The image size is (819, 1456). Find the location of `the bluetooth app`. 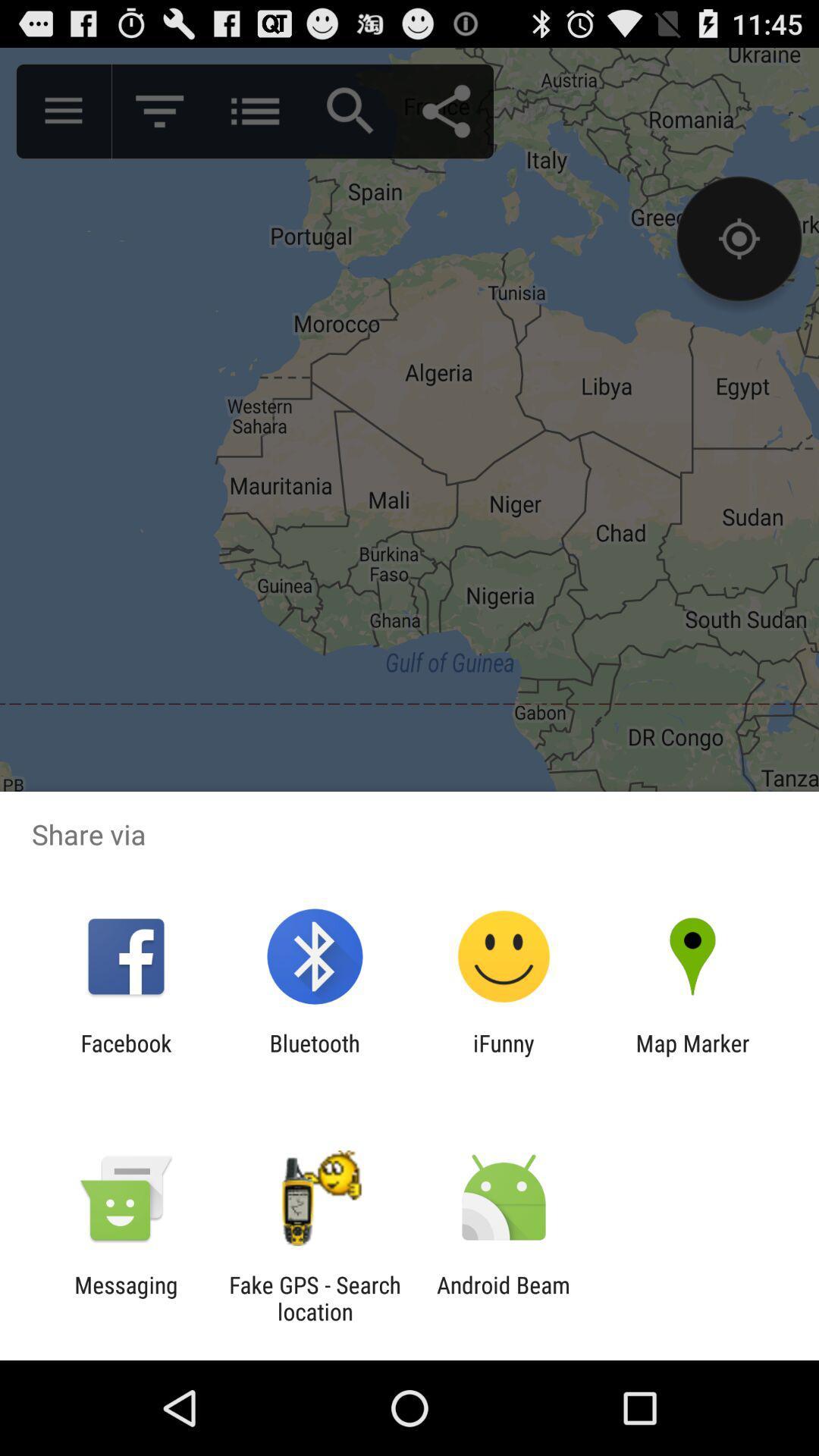

the bluetooth app is located at coordinates (314, 1056).